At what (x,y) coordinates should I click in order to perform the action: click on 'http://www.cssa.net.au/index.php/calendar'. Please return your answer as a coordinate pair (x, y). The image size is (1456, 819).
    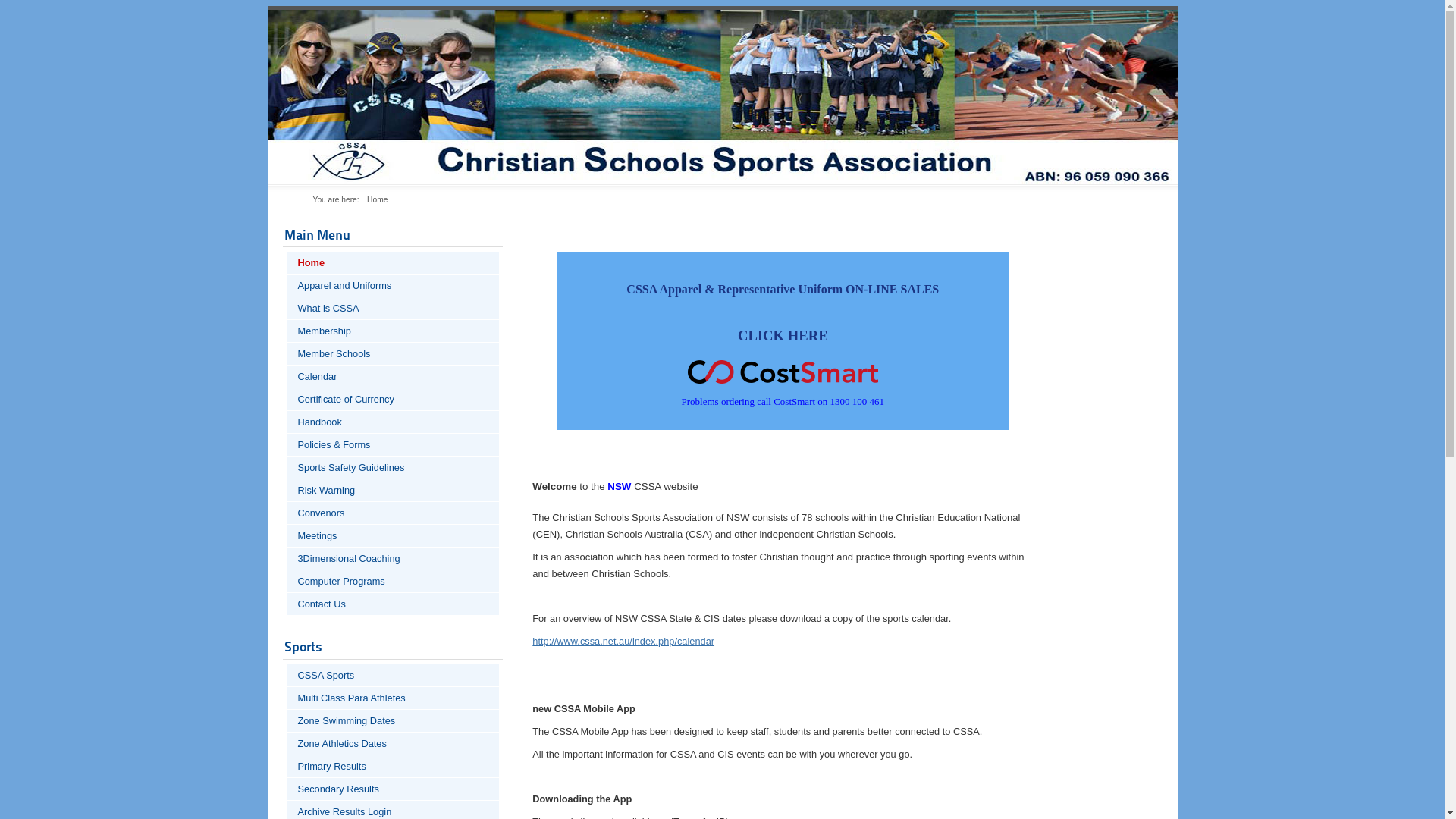
    Looking at the image, I should click on (623, 641).